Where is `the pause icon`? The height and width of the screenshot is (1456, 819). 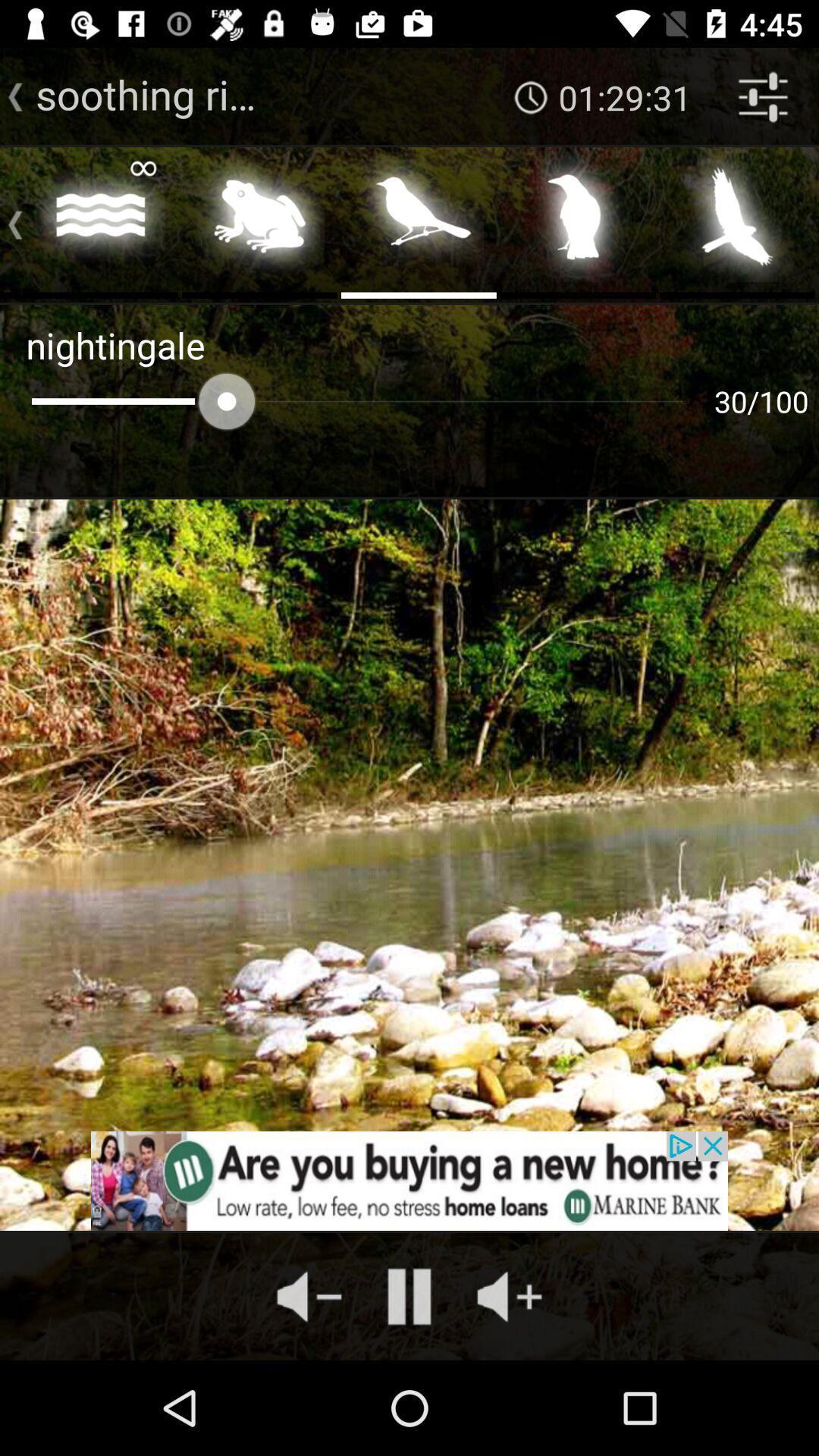 the pause icon is located at coordinates (409, 1295).